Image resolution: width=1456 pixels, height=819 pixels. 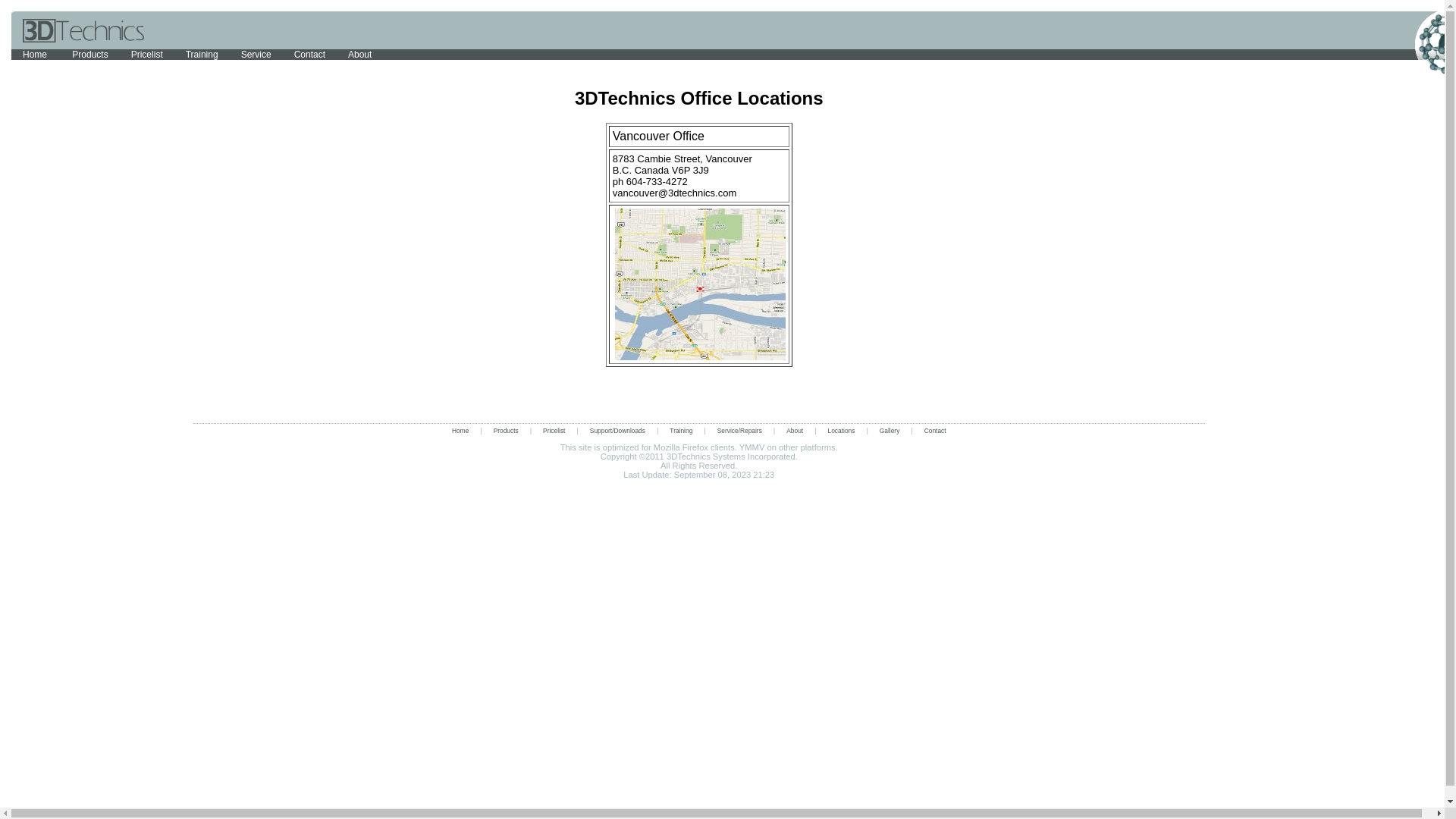 What do you see at coordinates (201, 54) in the screenshot?
I see `'Training'` at bounding box center [201, 54].